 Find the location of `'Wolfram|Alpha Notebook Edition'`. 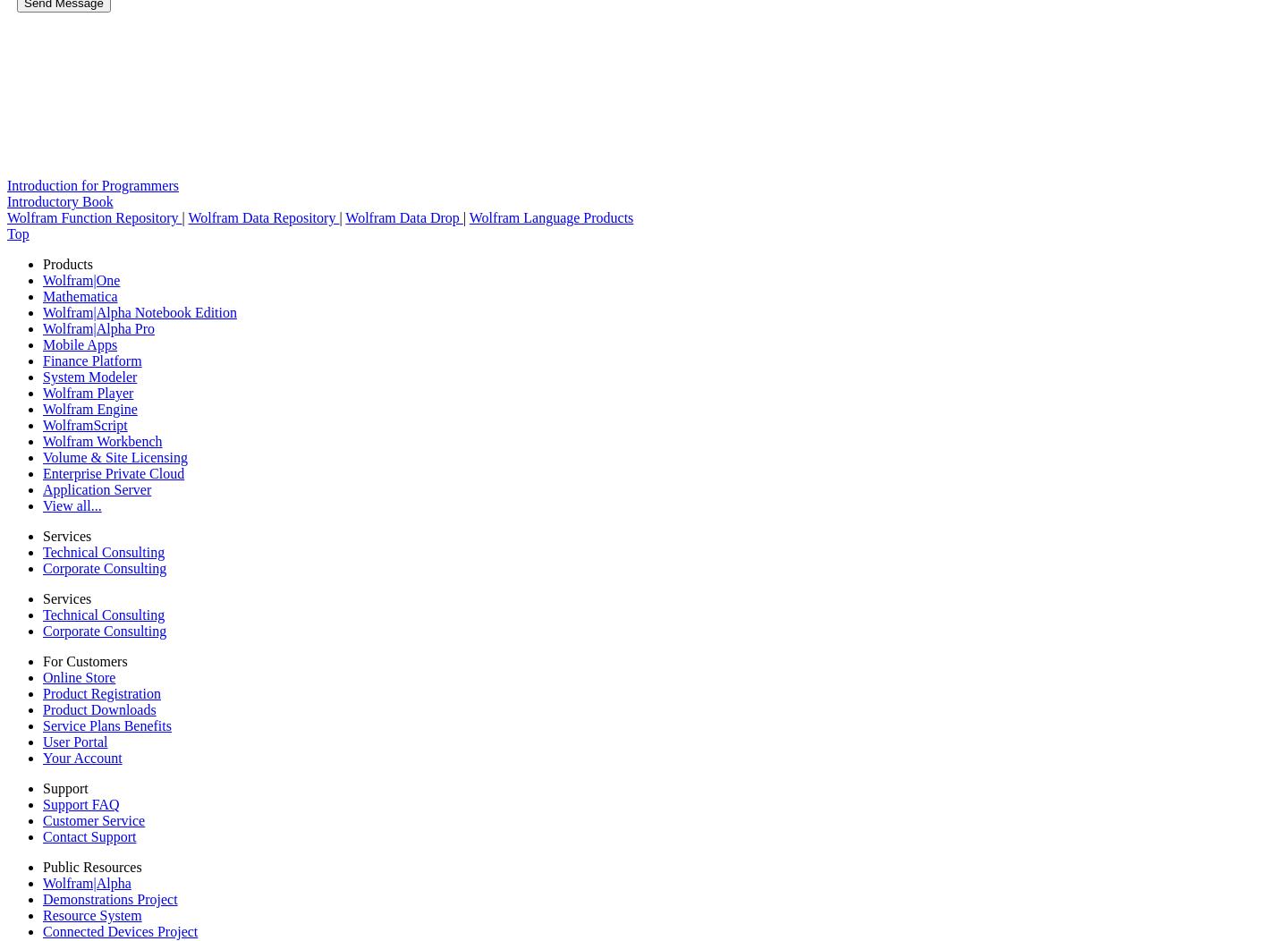

'Wolfram|Alpha Notebook Edition' is located at coordinates (138, 311).